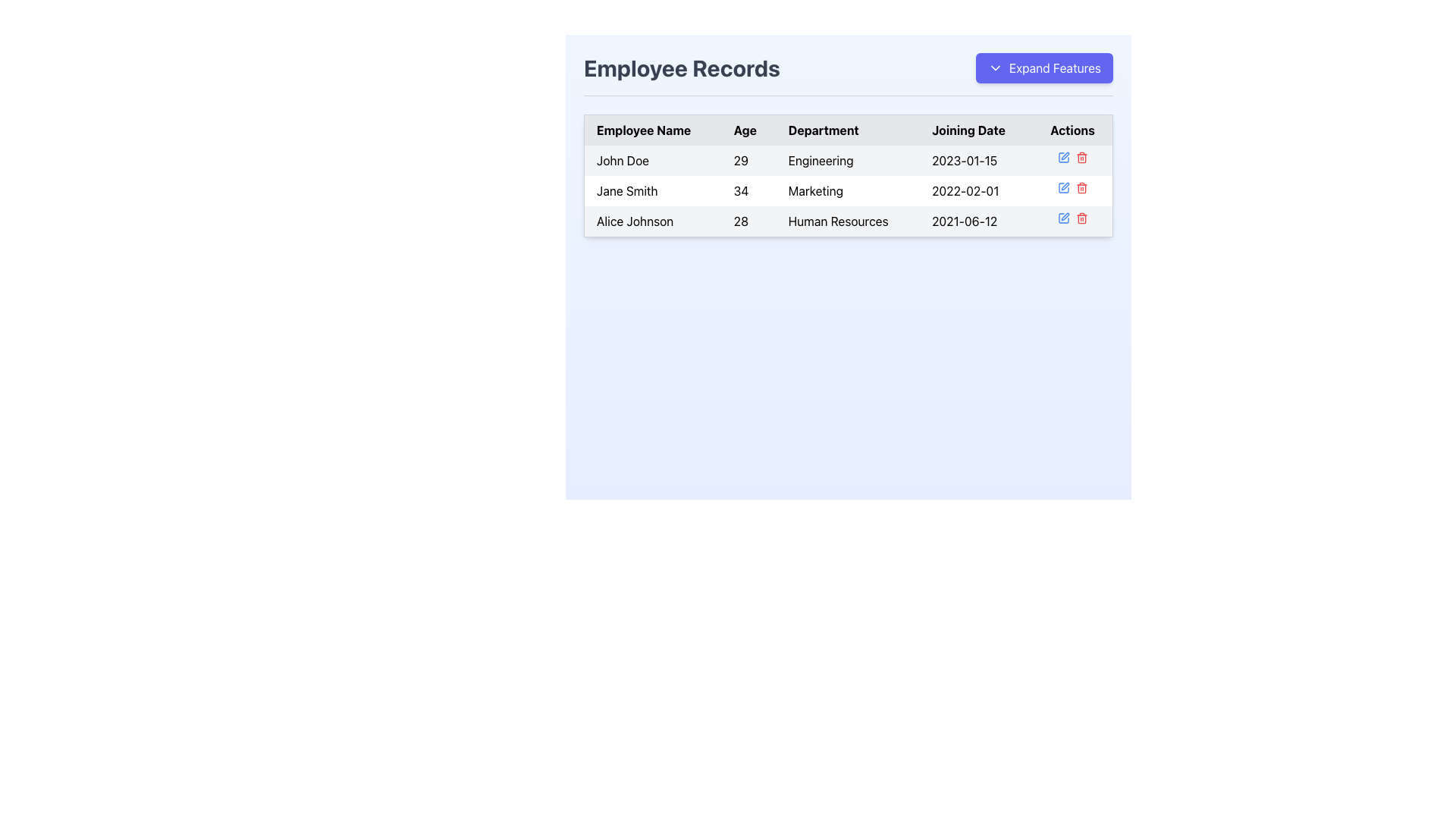 The height and width of the screenshot is (819, 1456). I want to click on the edit icon representing 'Jane Smith' in the Actions column to trigger the tooltip or highlight effect, so click(1062, 158).